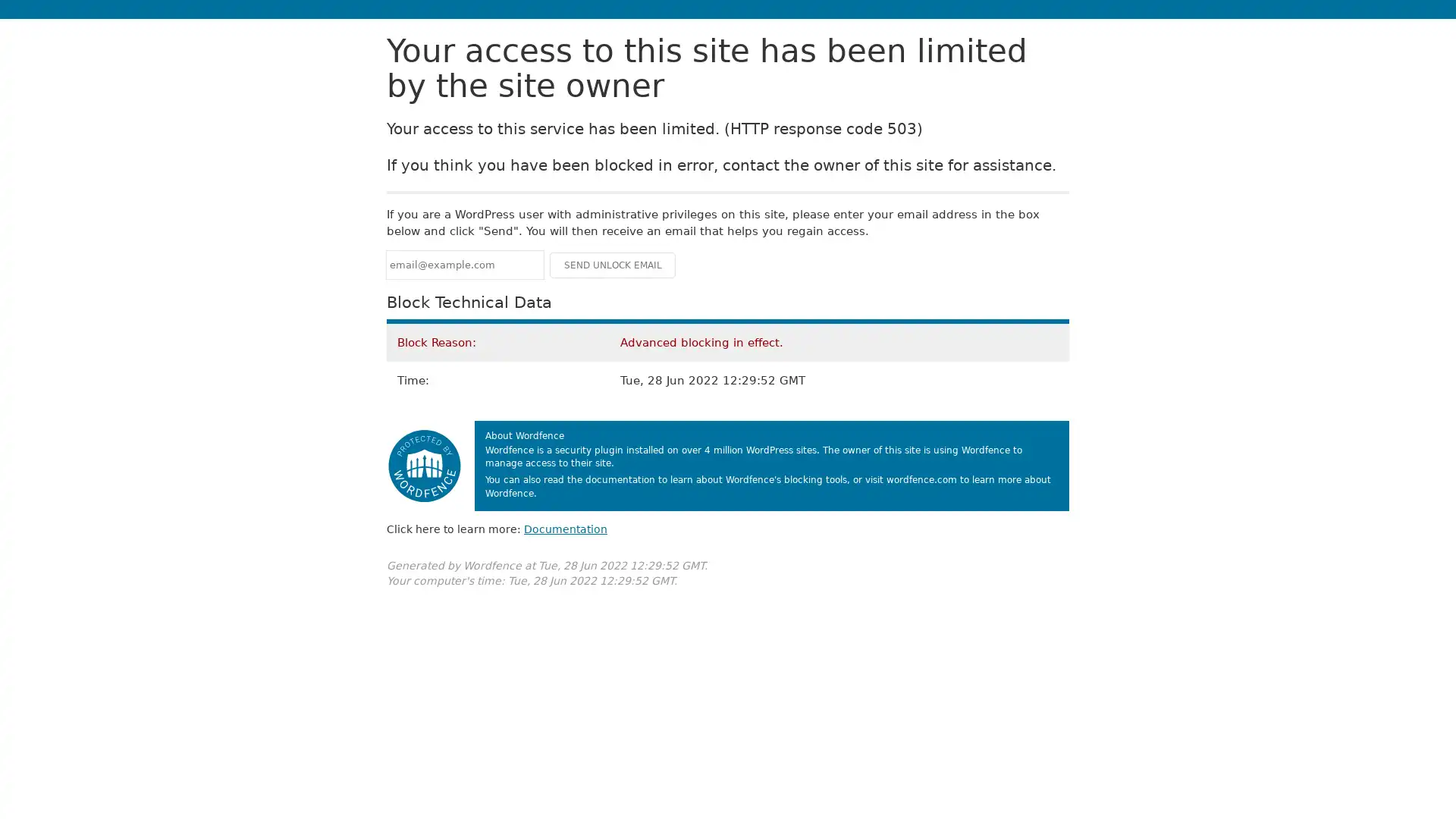 Image resolution: width=1456 pixels, height=819 pixels. I want to click on Send Unlock Email, so click(612, 264).